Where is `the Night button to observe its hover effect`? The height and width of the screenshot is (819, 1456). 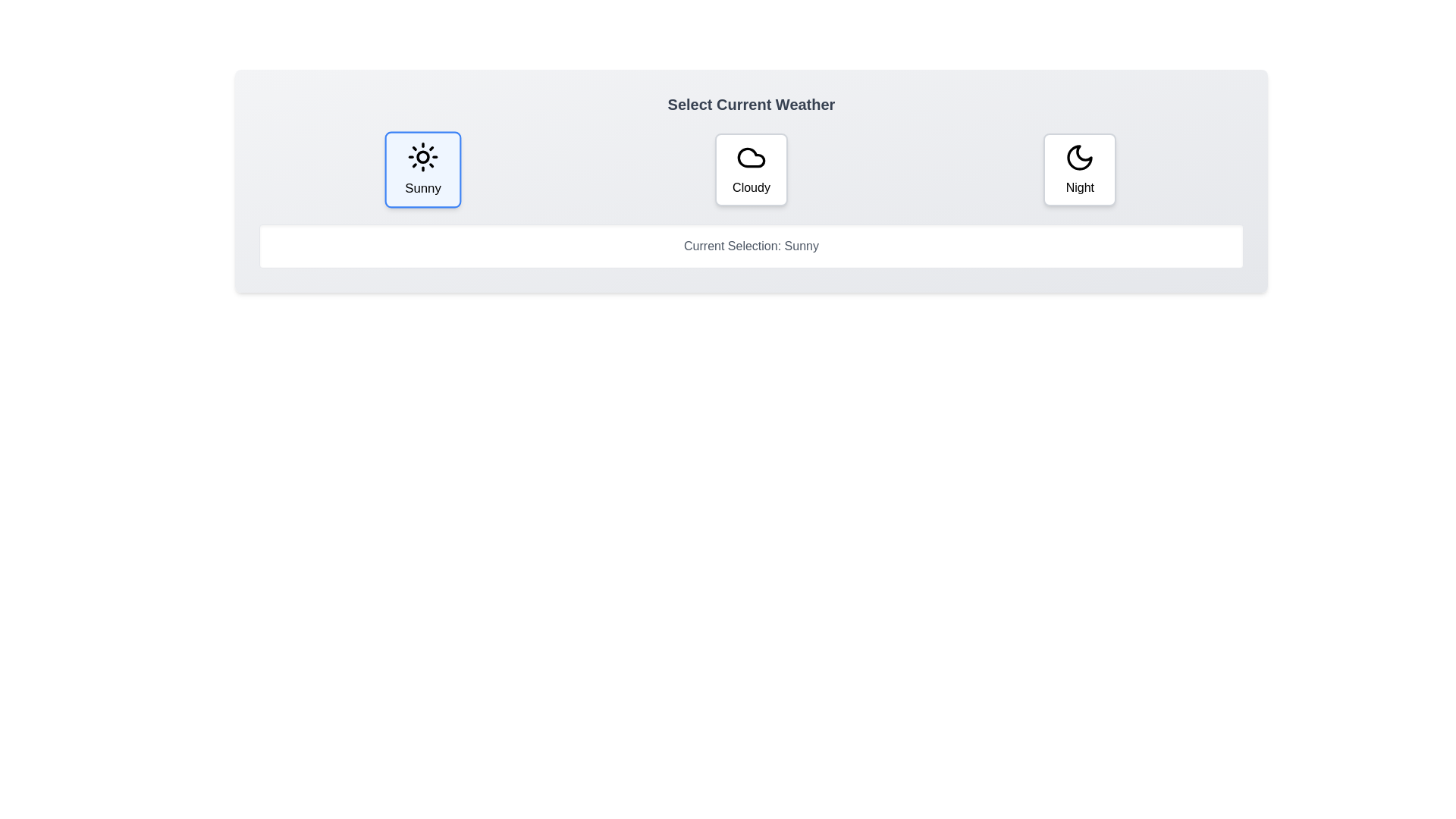
the Night button to observe its hover effect is located at coordinates (1078, 169).